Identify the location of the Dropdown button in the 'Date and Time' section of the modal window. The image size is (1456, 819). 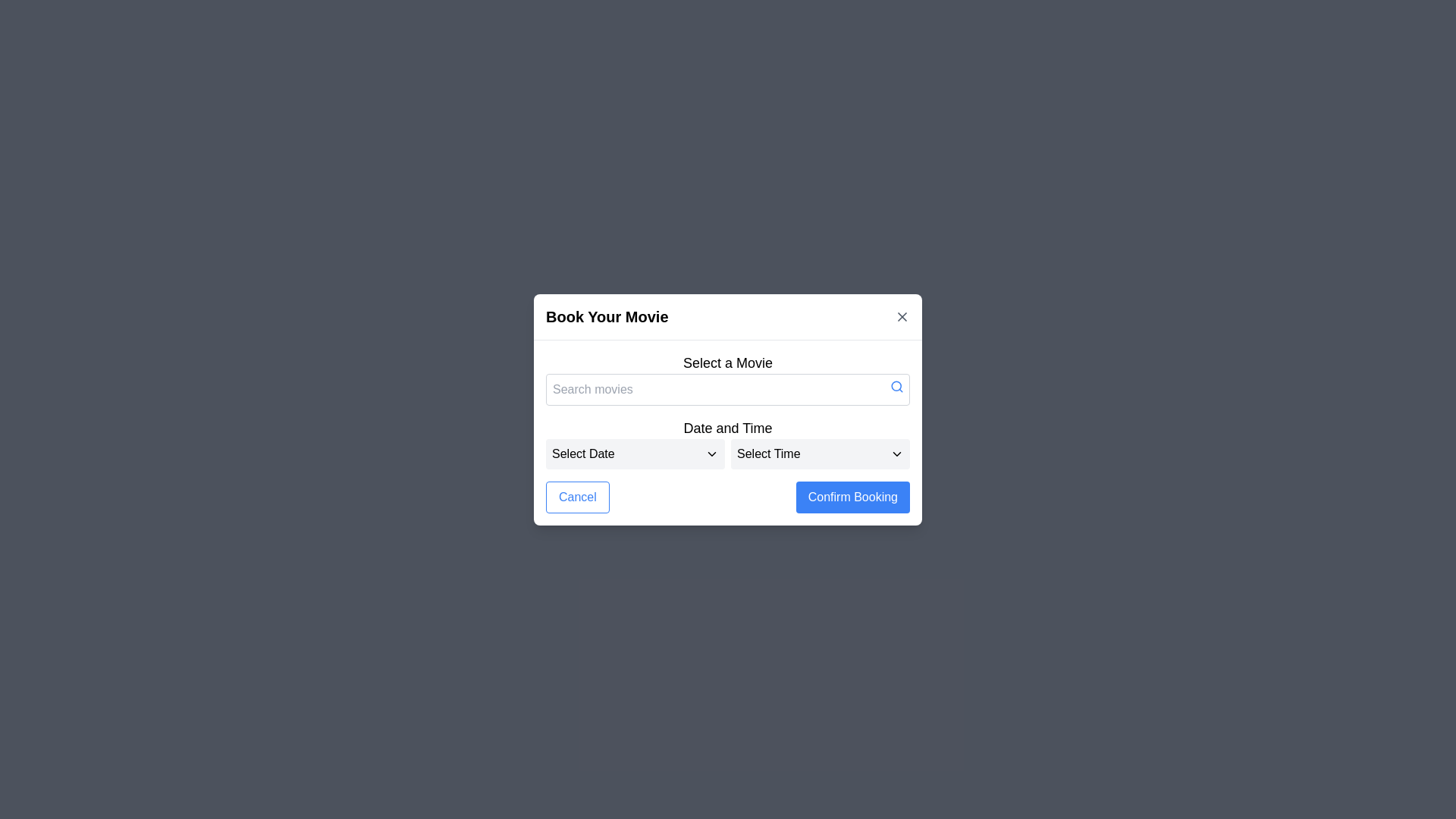
(635, 452).